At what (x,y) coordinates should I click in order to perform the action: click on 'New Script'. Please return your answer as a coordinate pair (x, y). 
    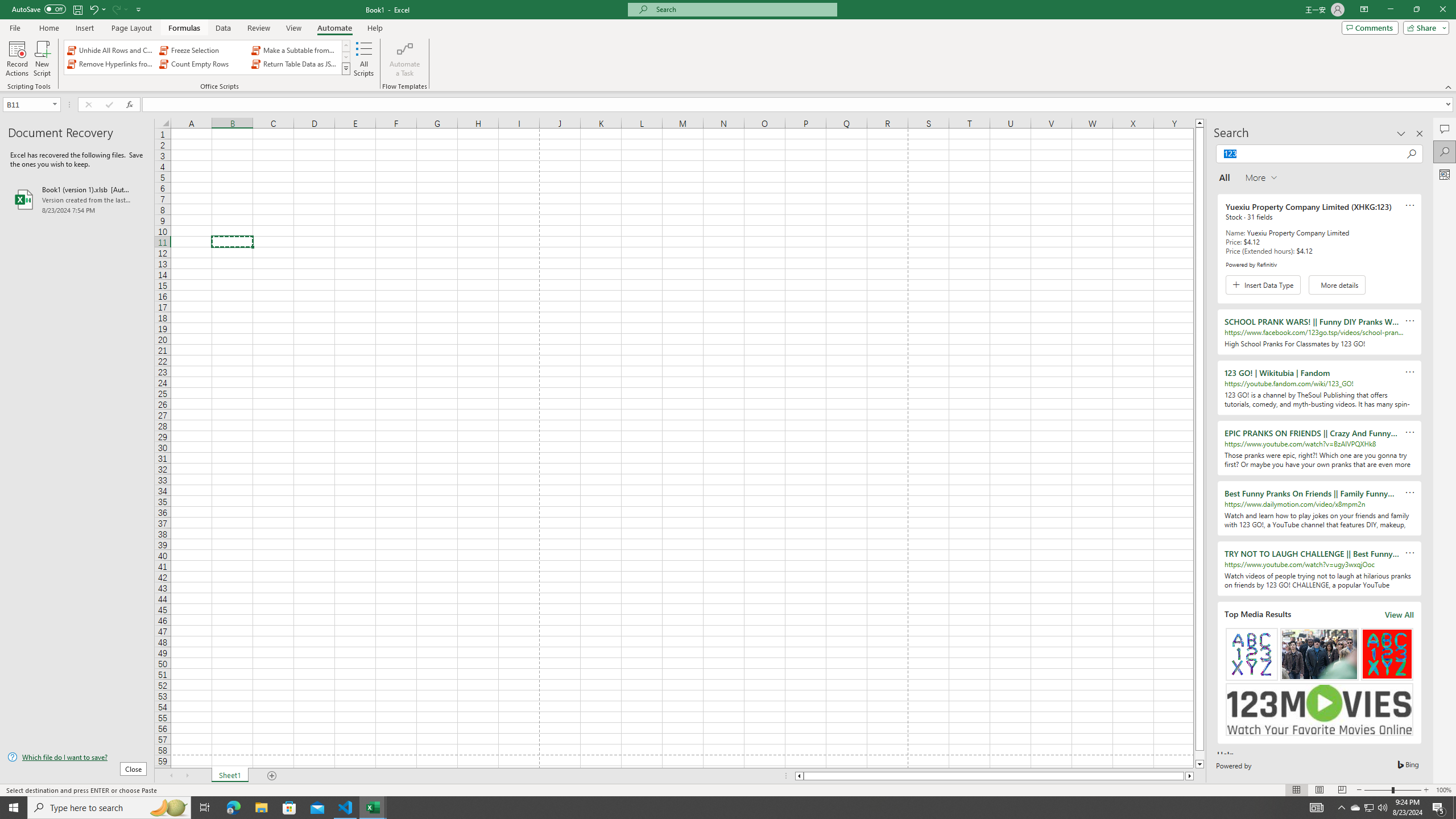
    Looking at the image, I should click on (42, 59).